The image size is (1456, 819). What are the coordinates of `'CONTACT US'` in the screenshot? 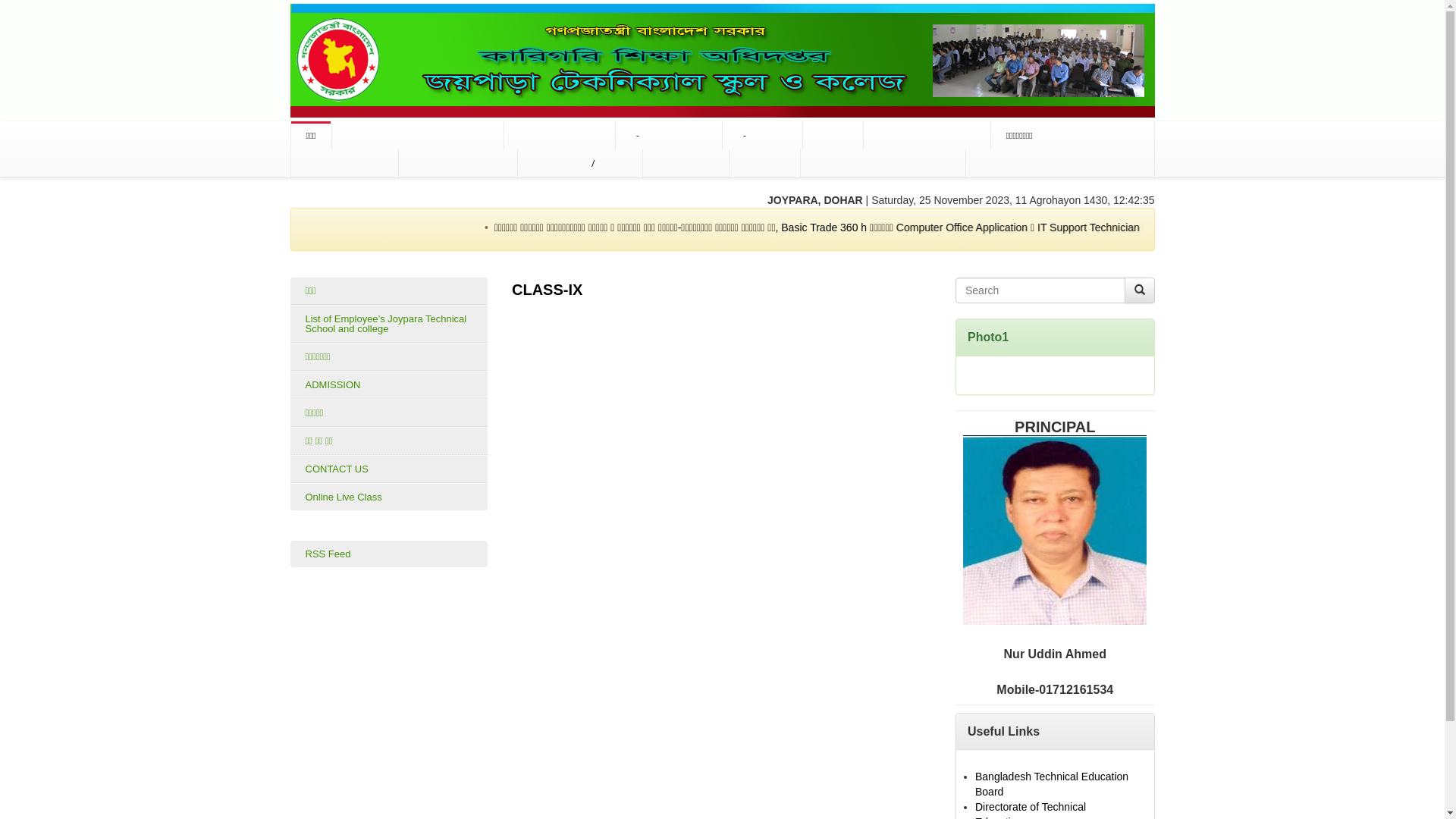 It's located at (388, 468).